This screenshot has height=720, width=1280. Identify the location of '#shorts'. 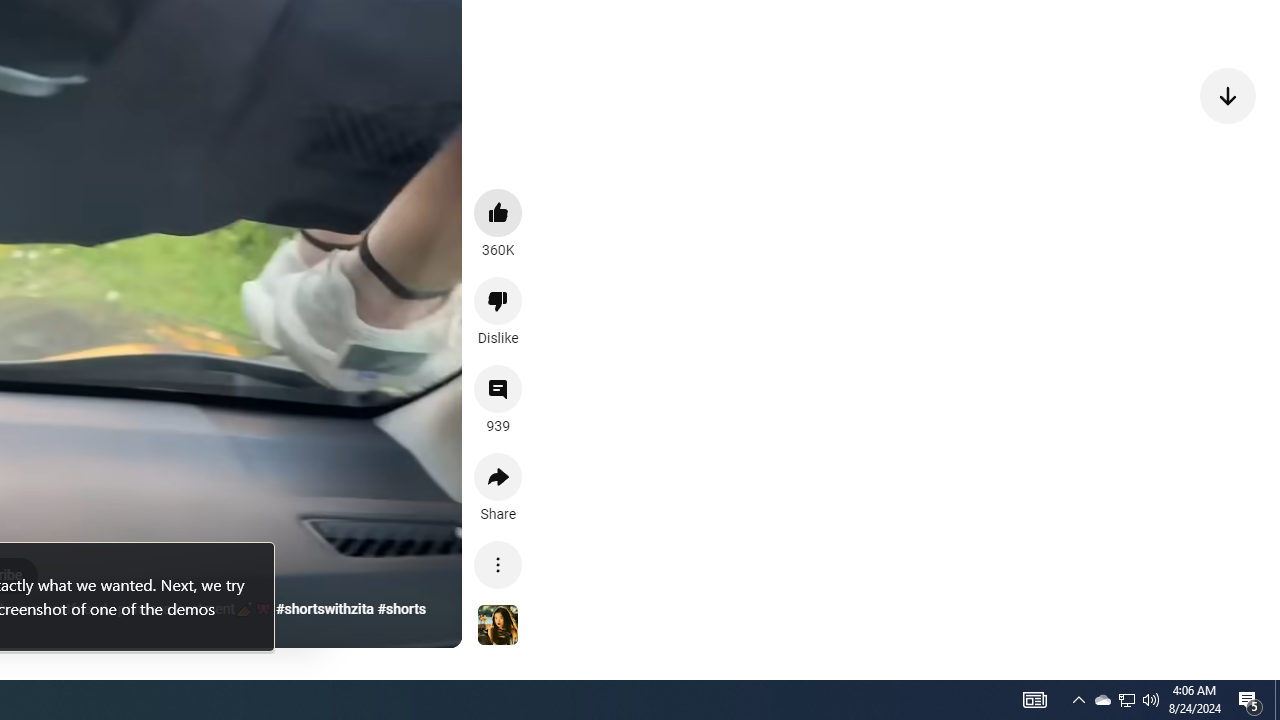
(401, 608).